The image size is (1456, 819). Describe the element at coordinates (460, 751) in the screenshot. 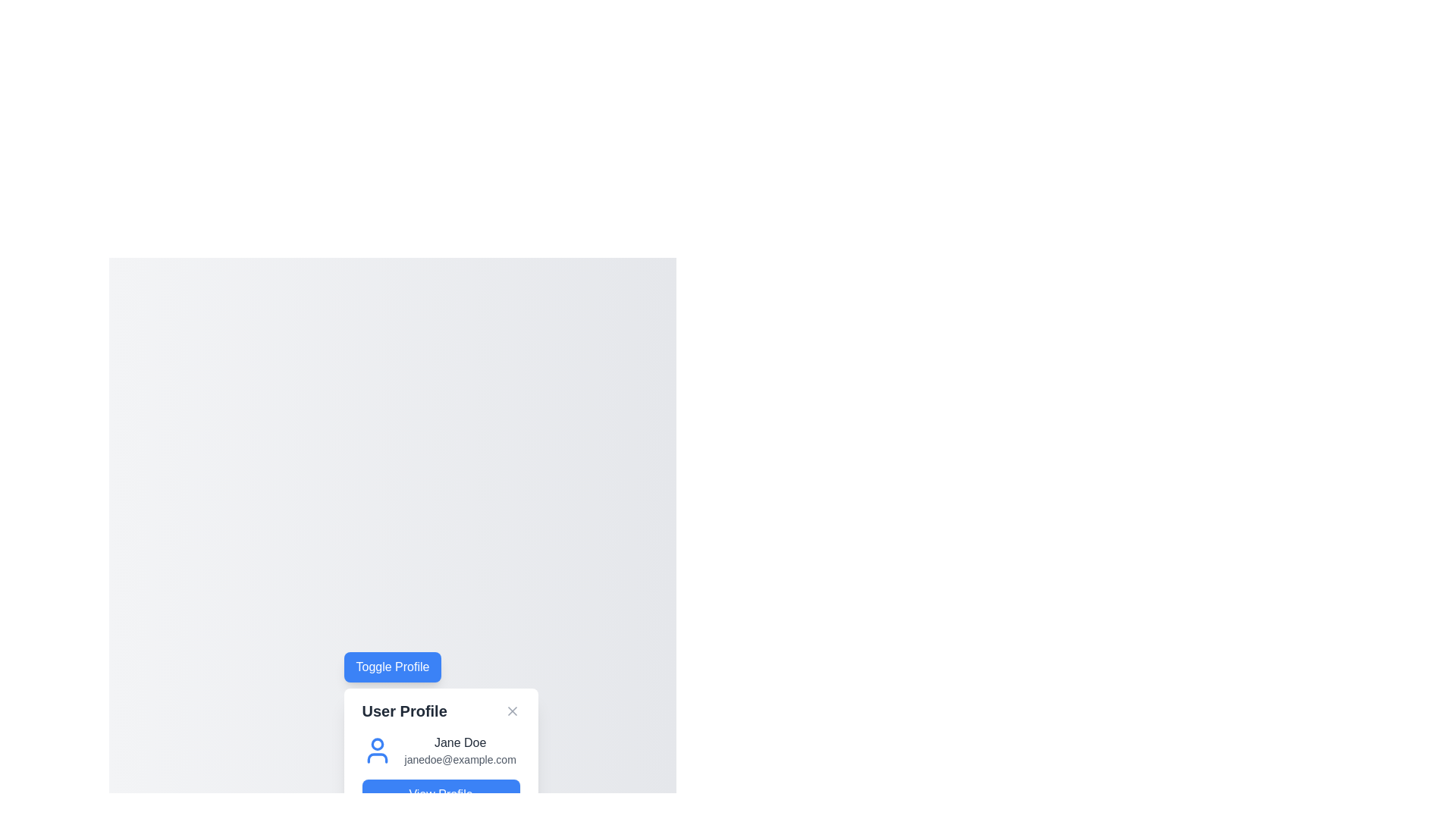

I see `the text label displaying 'Jane Doe' and 'janedoe@example.com' within the 'User Profile' modal` at that location.